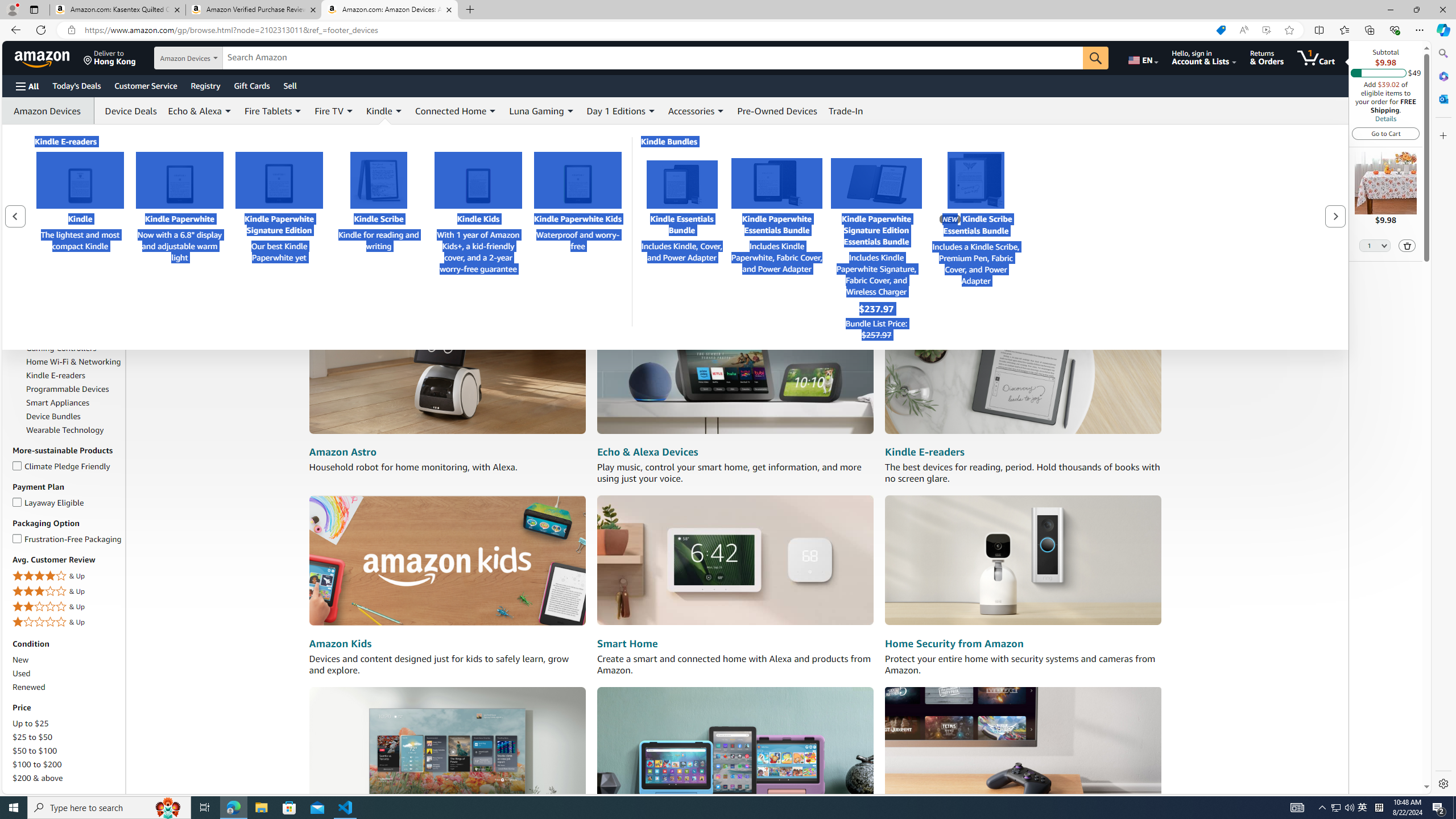 The width and height of the screenshot is (1456, 819). I want to click on 'Used', so click(21, 673).